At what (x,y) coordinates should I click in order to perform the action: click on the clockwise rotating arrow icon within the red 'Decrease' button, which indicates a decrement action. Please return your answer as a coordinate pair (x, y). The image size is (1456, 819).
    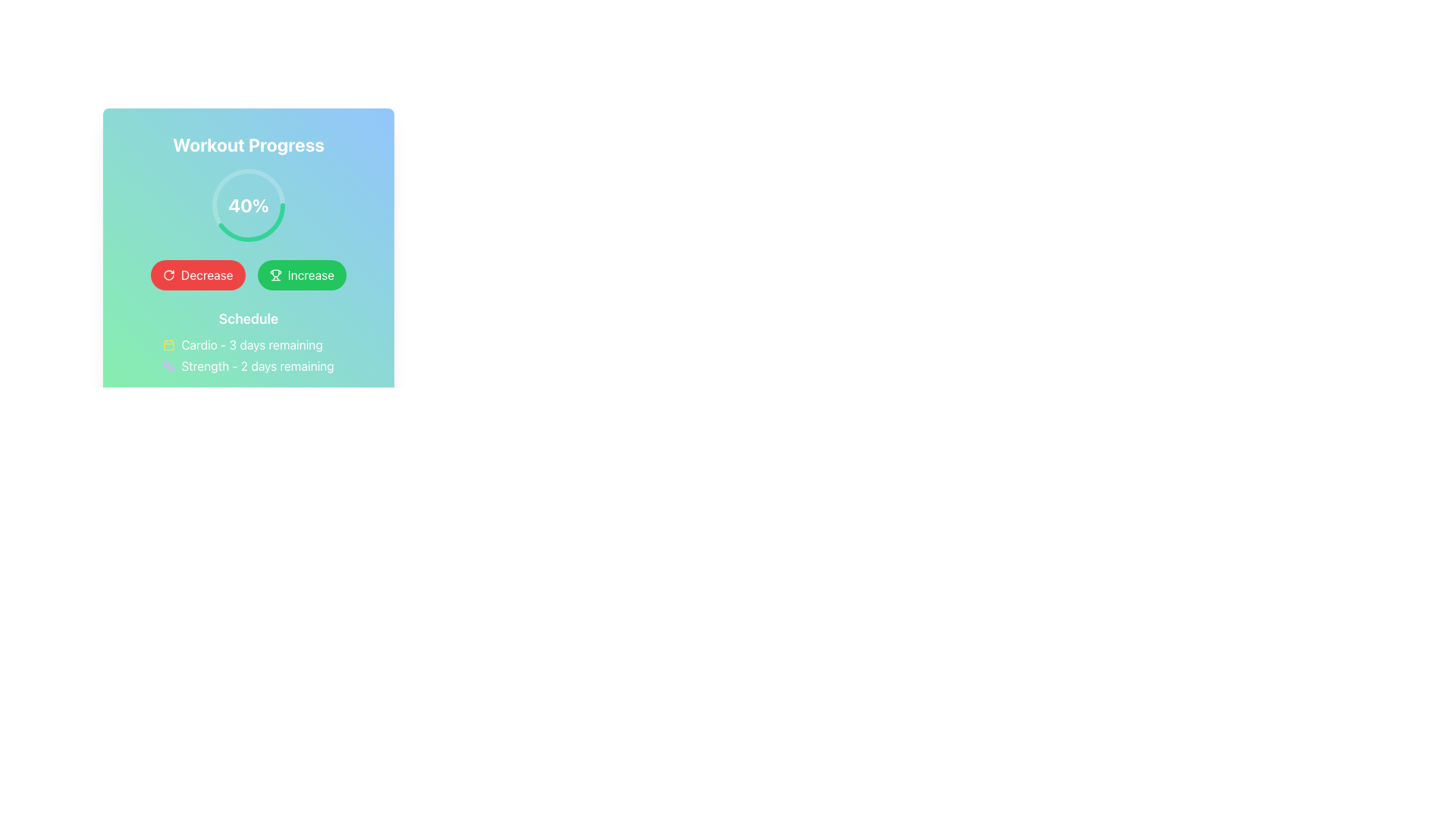
    Looking at the image, I should click on (168, 275).